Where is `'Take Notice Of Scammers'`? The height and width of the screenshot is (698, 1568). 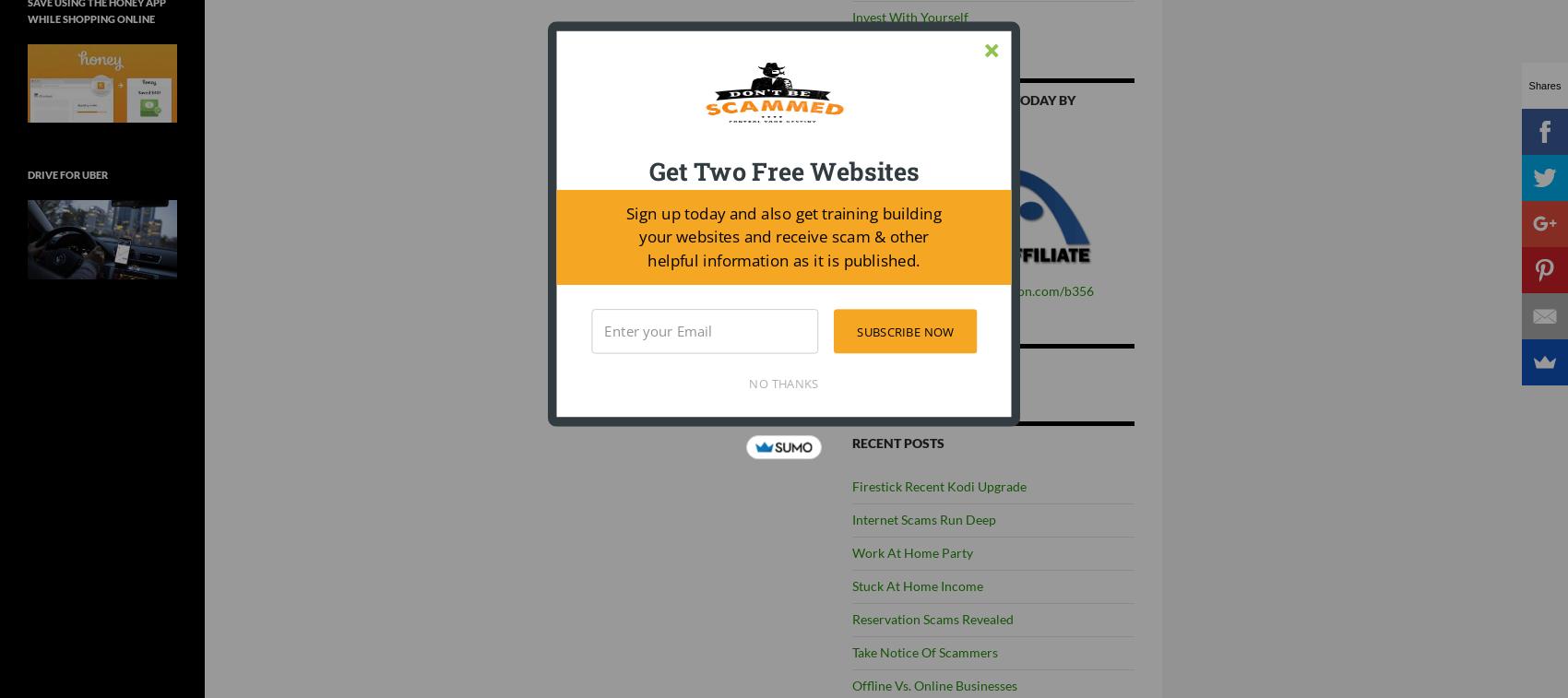 'Take Notice Of Scammers' is located at coordinates (924, 652).